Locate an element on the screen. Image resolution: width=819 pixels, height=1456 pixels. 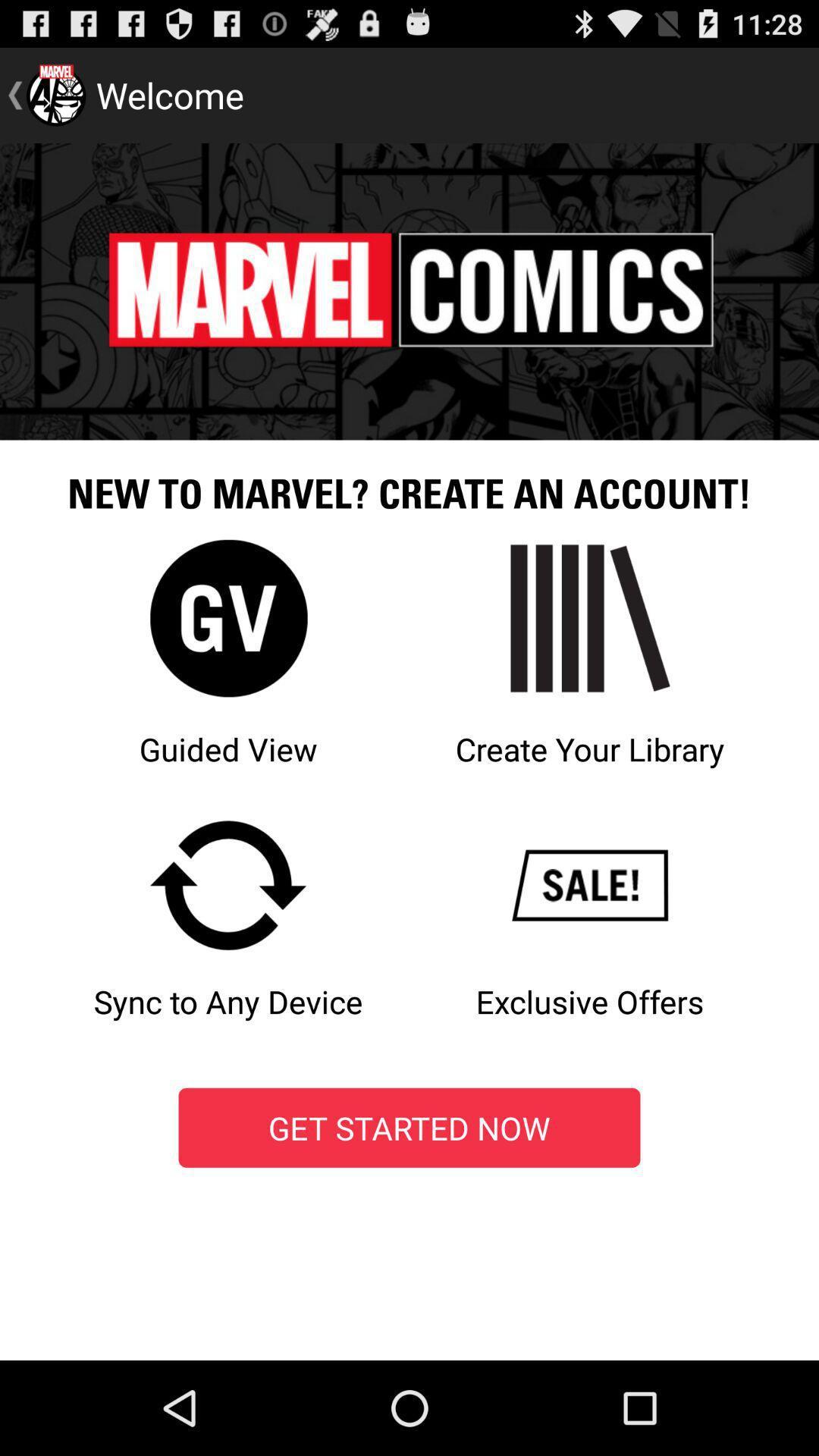
the icon at the bottom is located at coordinates (409, 1128).